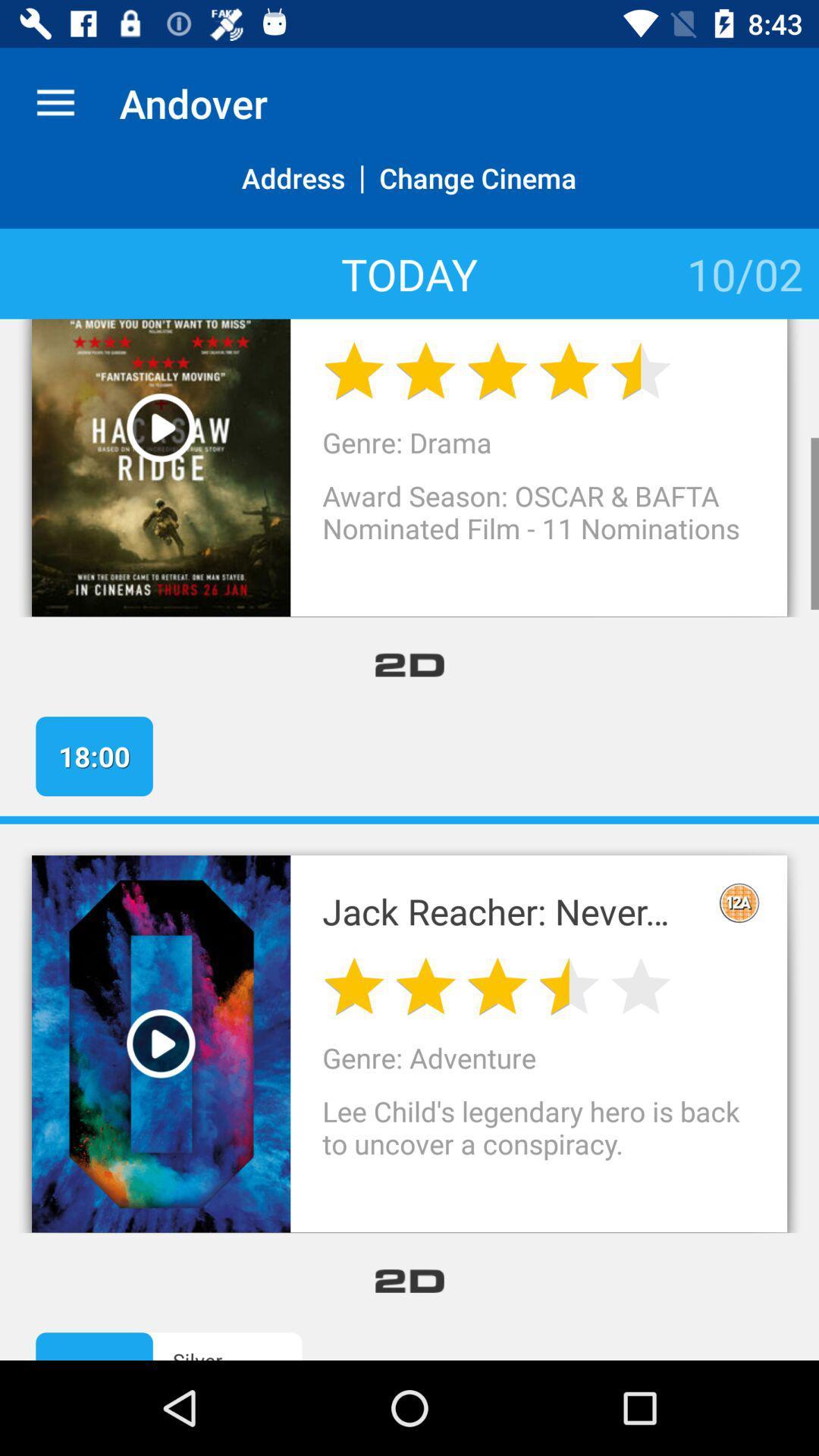  Describe the element at coordinates (739, 902) in the screenshot. I see `the item next to the jack reacher never item` at that location.